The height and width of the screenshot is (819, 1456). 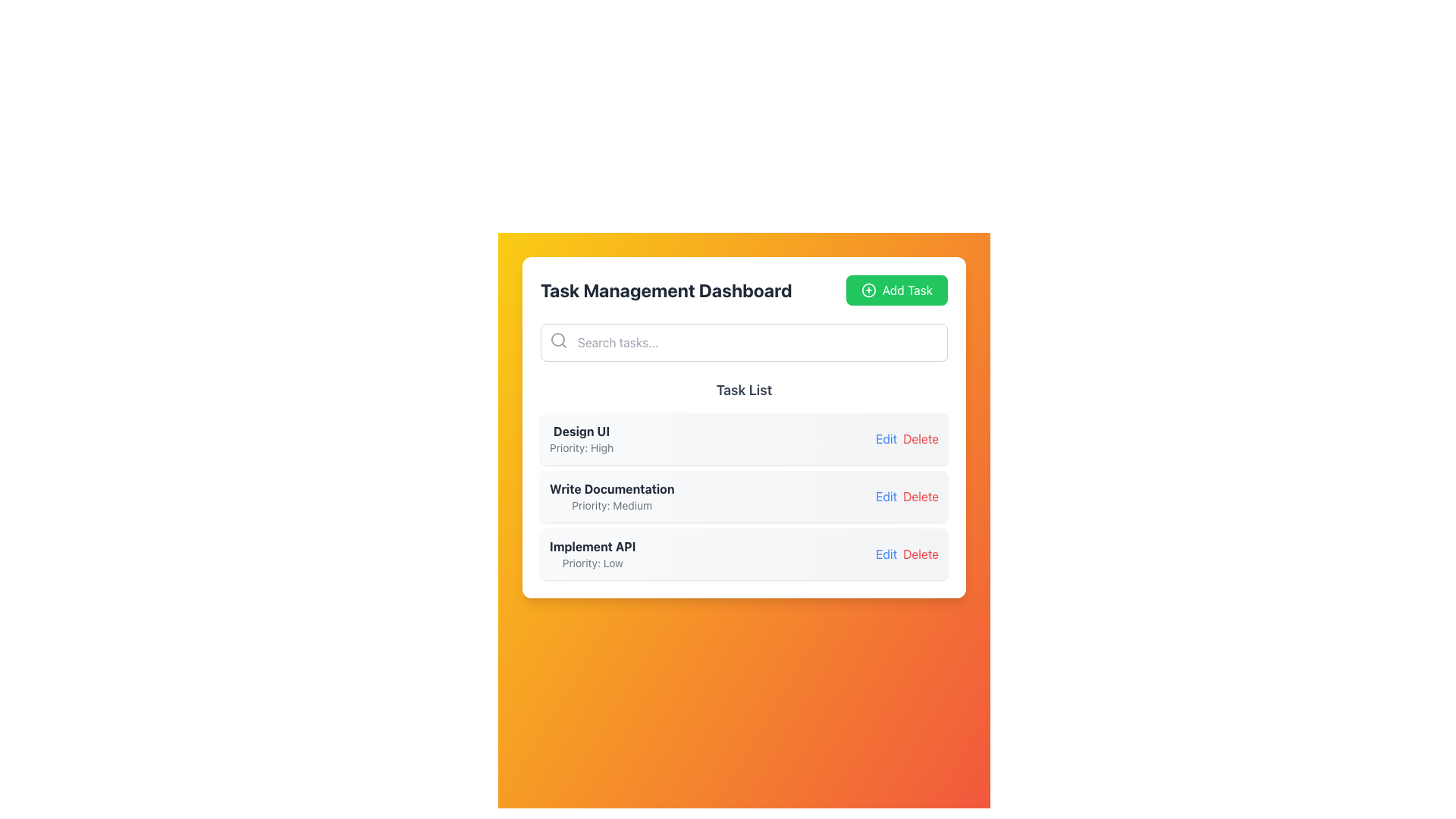 What do you see at coordinates (744, 438) in the screenshot?
I see `the first Task Card in the Task List, which displays the task's title, priority level, and options to edit or delete the task` at bounding box center [744, 438].